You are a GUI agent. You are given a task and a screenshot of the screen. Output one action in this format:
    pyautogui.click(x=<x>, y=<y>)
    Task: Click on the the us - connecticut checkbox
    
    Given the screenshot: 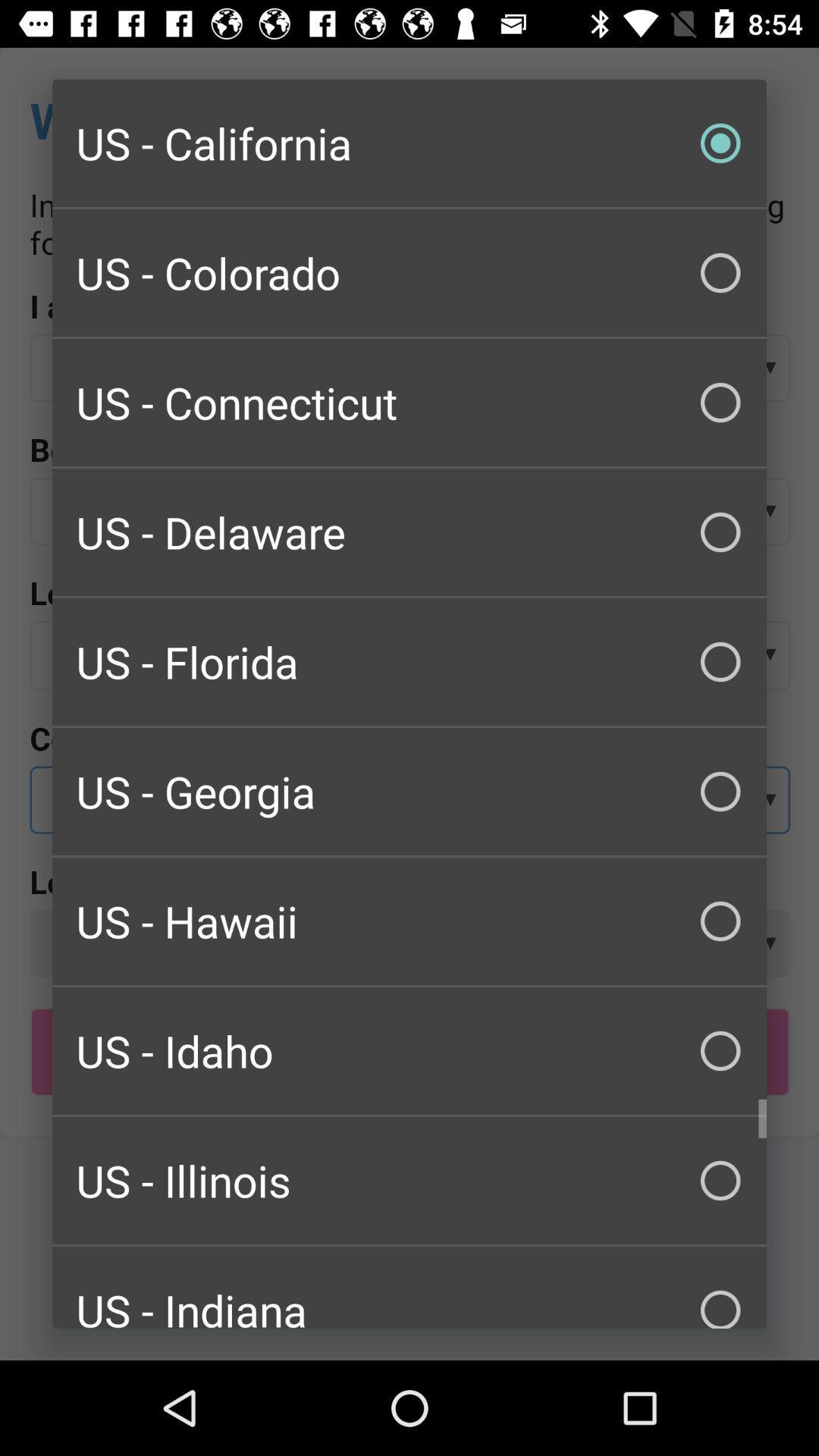 What is the action you would take?
    pyautogui.click(x=409, y=403)
    